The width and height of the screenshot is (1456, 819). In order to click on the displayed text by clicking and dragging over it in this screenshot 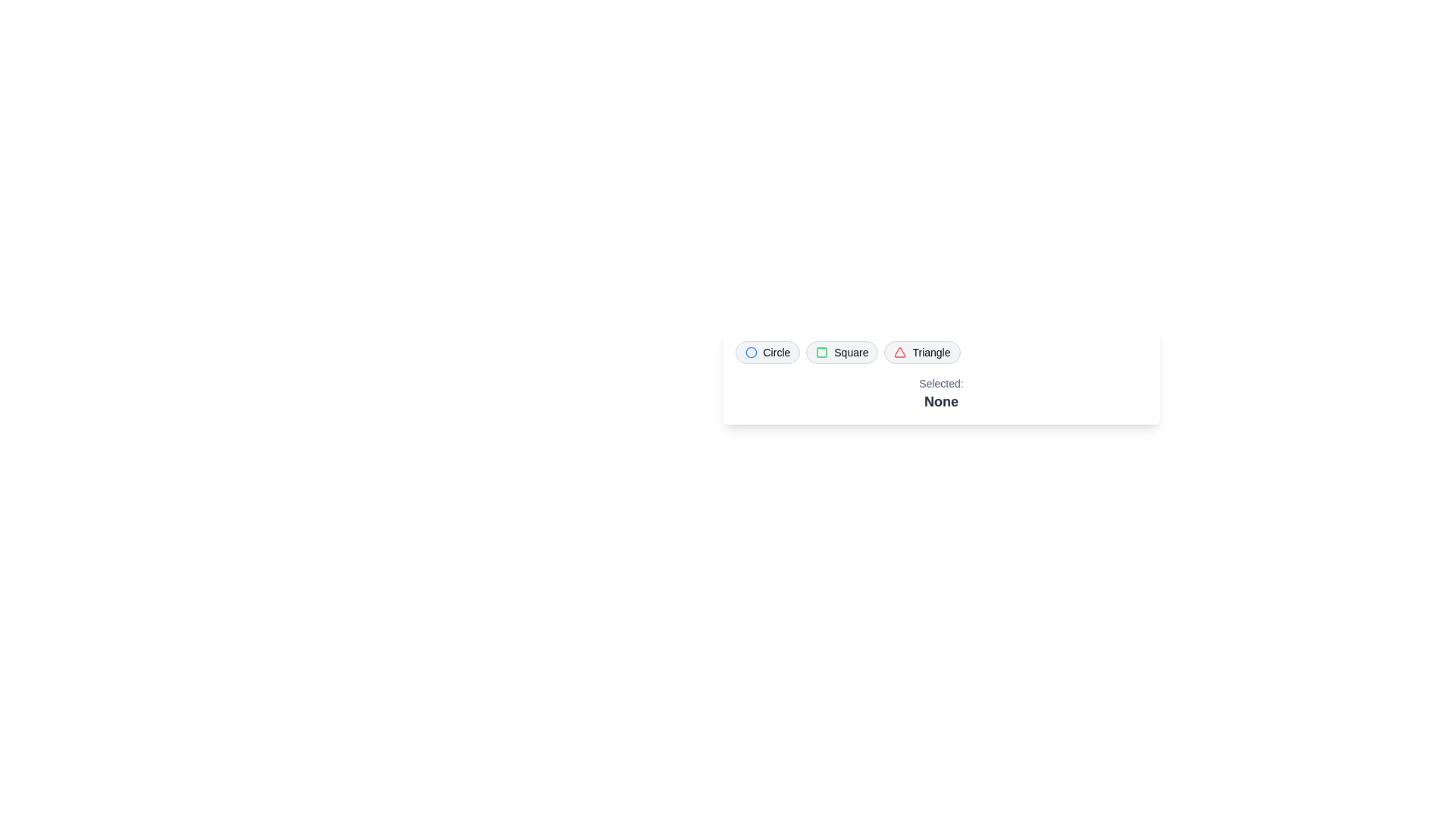, I will do `click(735, 375)`.